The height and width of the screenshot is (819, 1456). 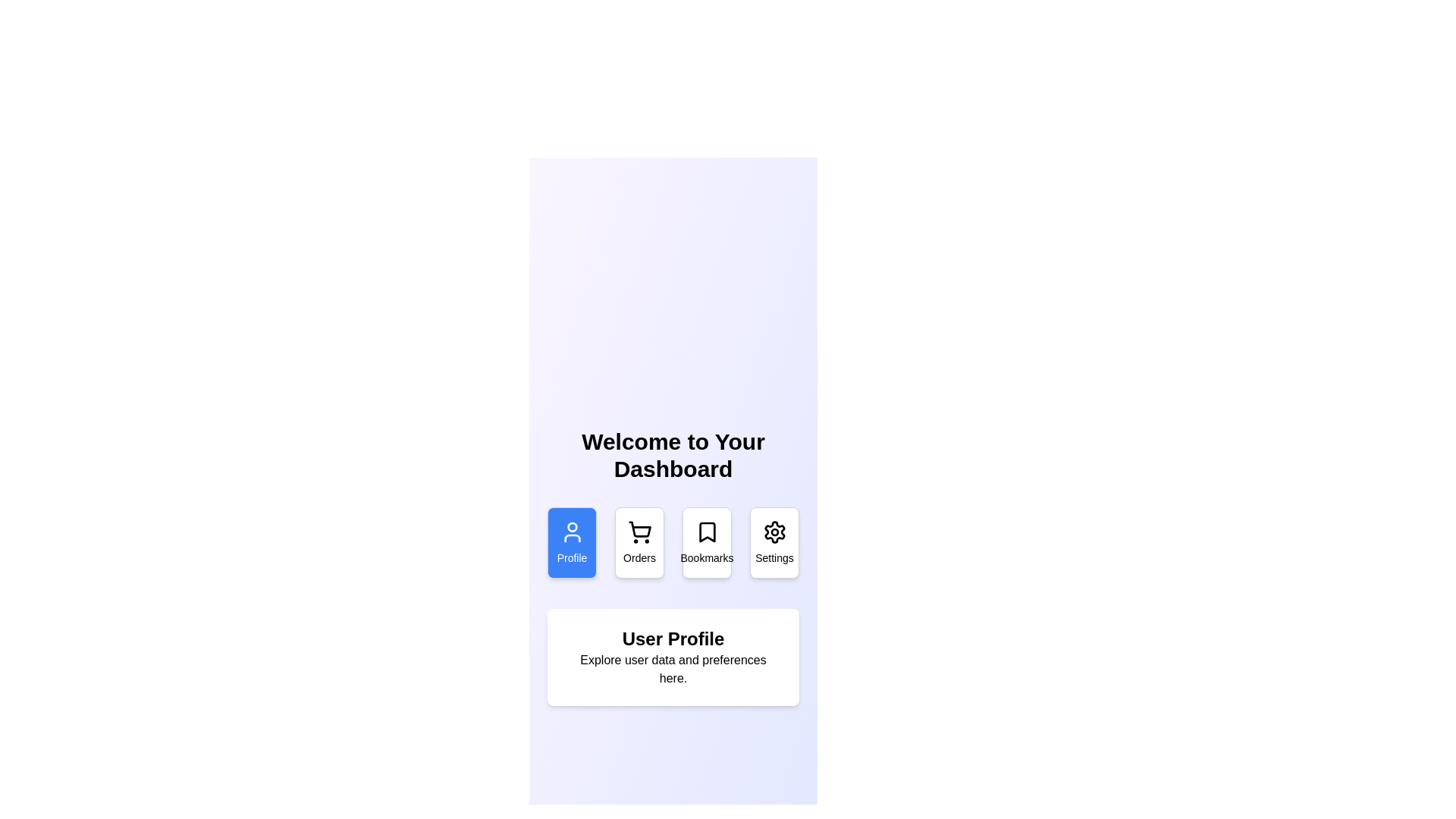 I want to click on the navigation button for accessing the Bookmarks section, so click(x=706, y=542).